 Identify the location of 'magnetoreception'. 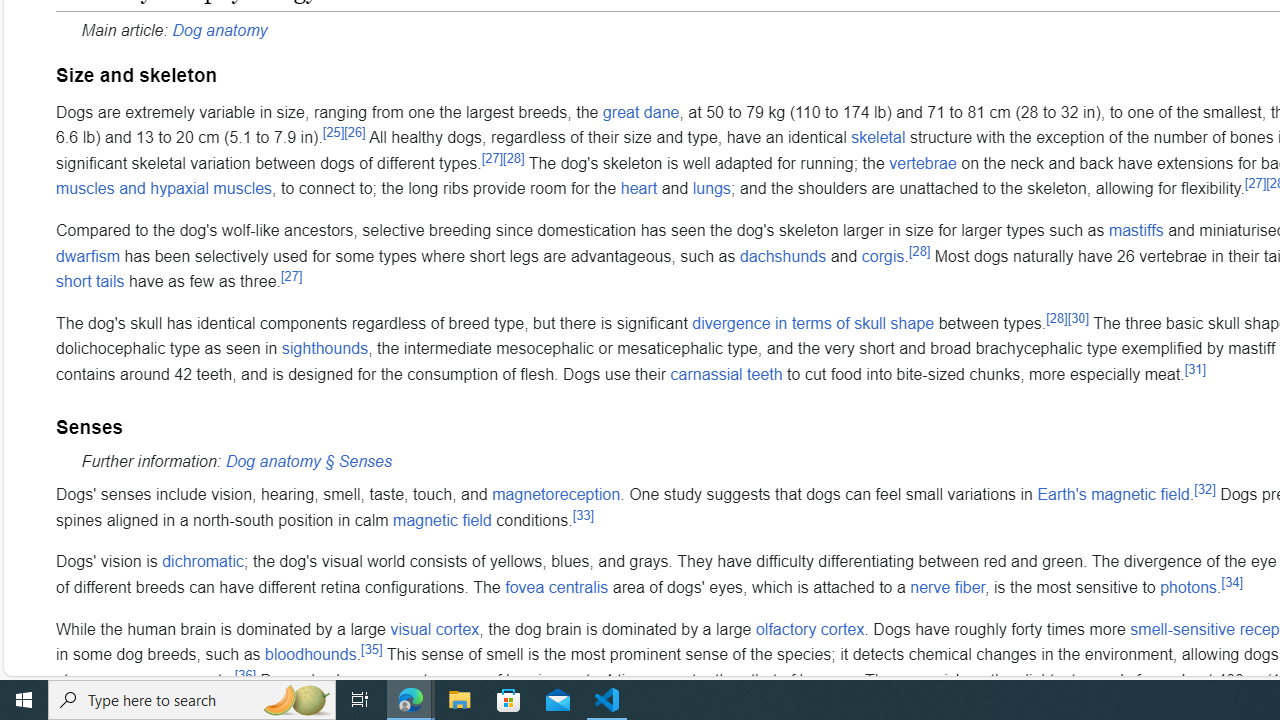
(556, 495).